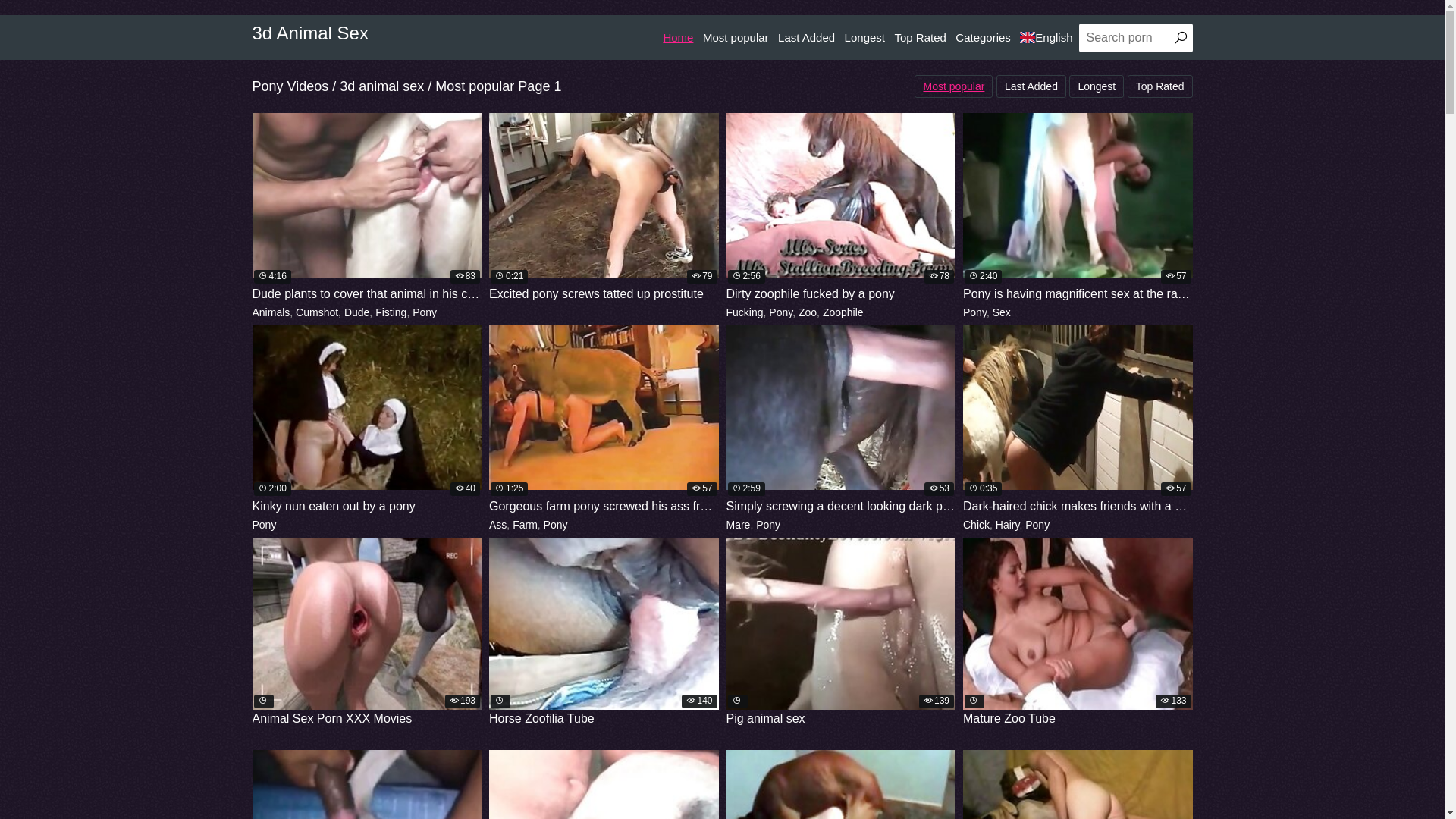  Describe the element at coordinates (778, 37) in the screenshot. I see `'Last Added'` at that location.